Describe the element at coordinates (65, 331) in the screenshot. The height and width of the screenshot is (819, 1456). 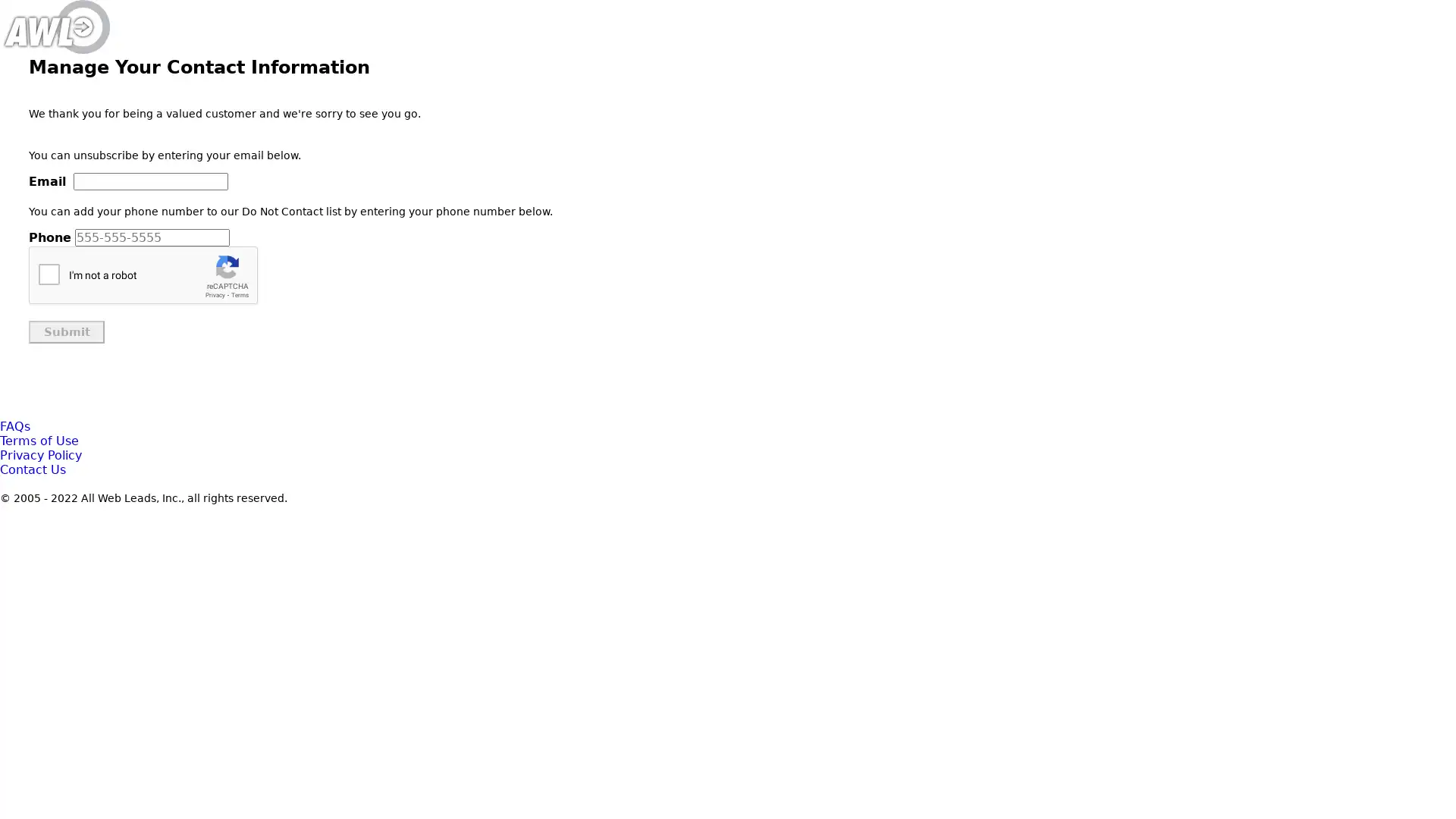
I see `Submit` at that location.